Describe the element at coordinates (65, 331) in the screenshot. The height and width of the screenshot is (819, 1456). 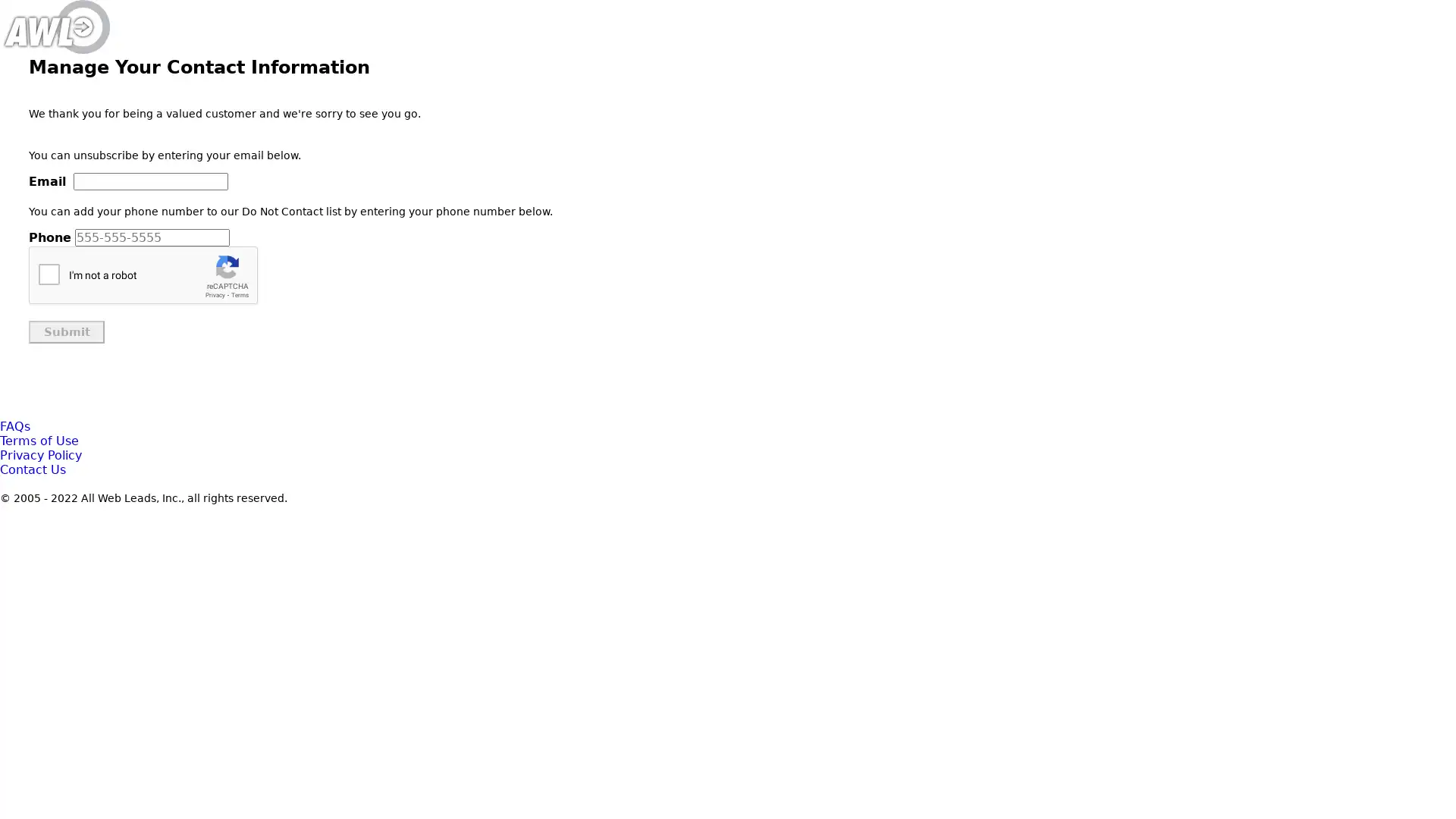
I see `Submit` at that location.